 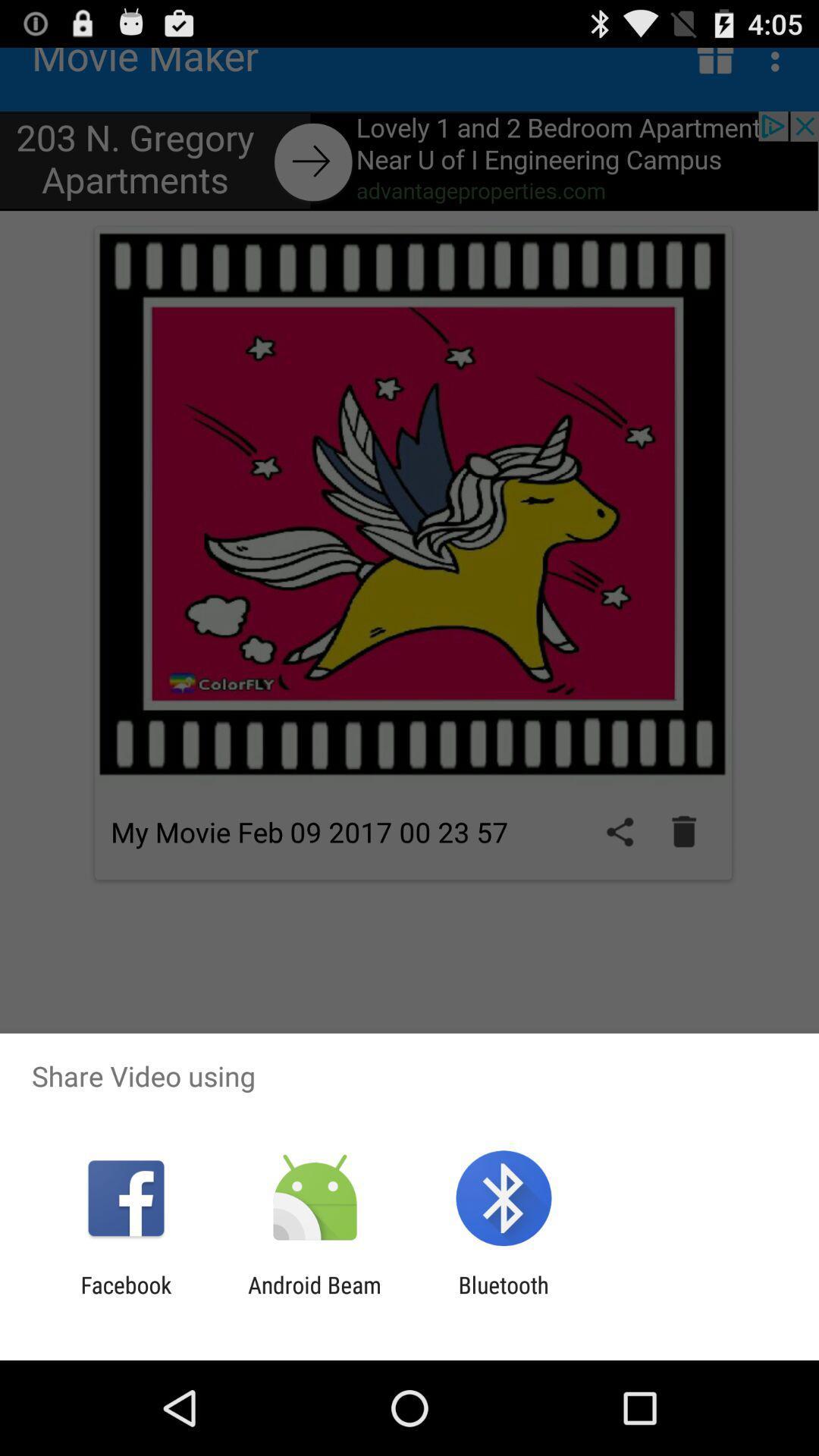 What do you see at coordinates (504, 1298) in the screenshot?
I see `app to the right of android beam item` at bounding box center [504, 1298].